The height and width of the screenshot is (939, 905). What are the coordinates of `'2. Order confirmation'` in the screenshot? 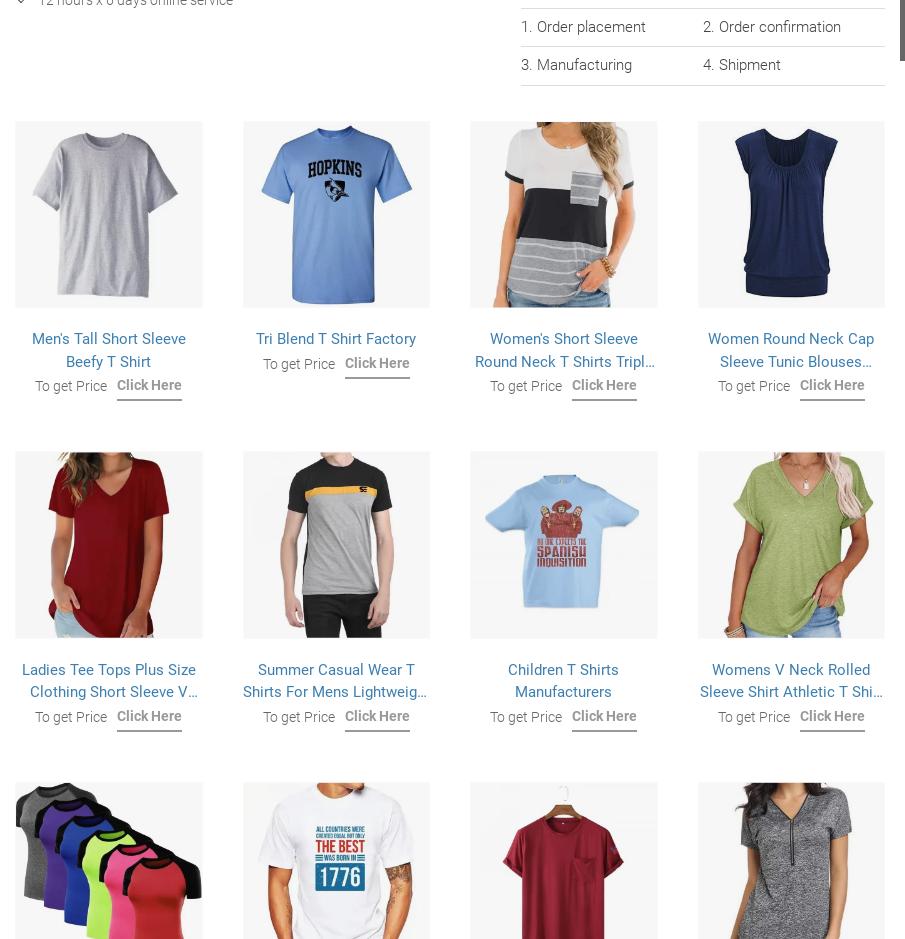 It's located at (770, 26).